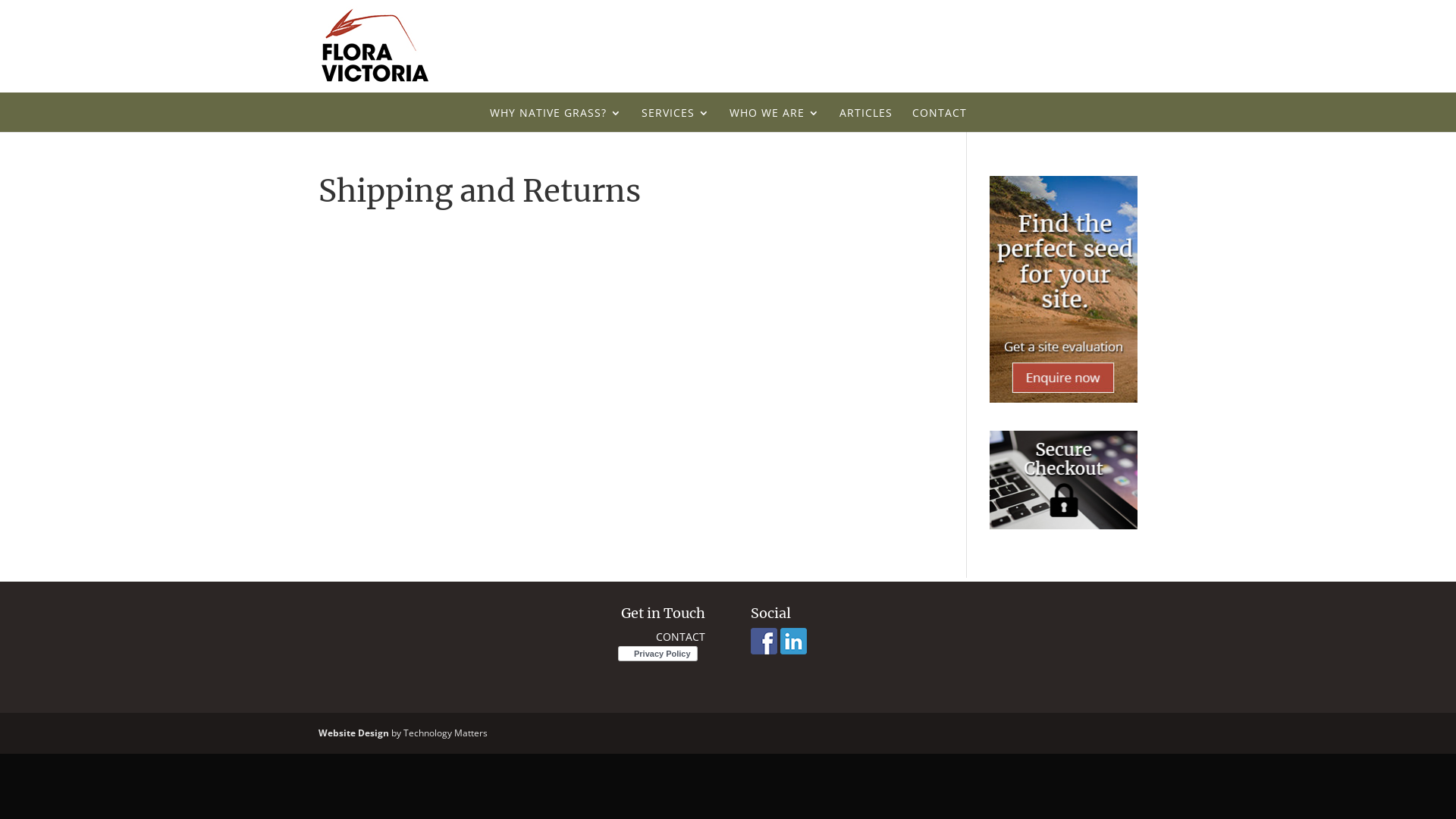 This screenshot has height=819, width=1456. Describe the element at coordinates (679, 636) in the screenshot. I see `'CONTACT'` at that location.